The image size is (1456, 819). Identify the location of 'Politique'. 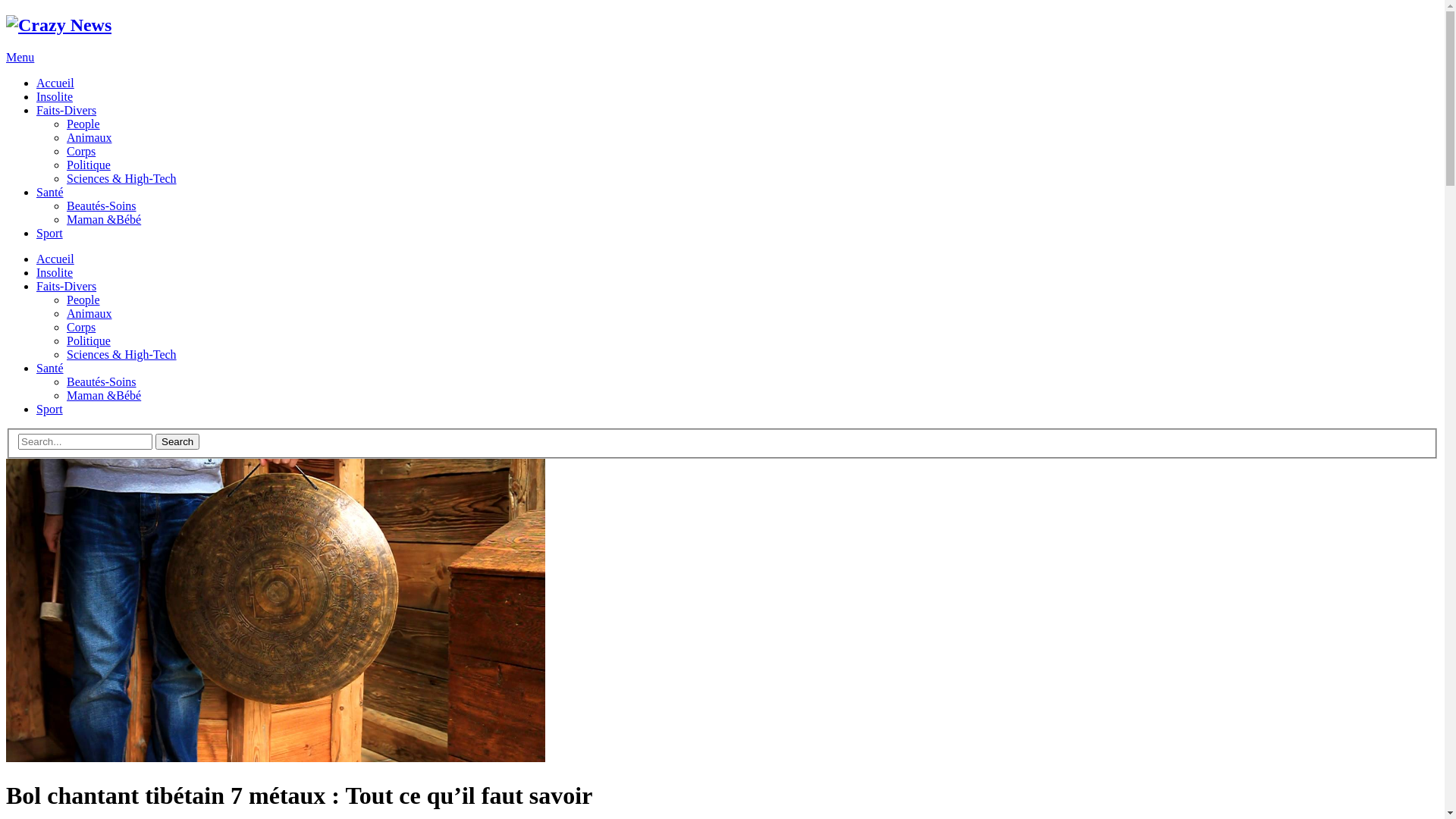
(87, 340).